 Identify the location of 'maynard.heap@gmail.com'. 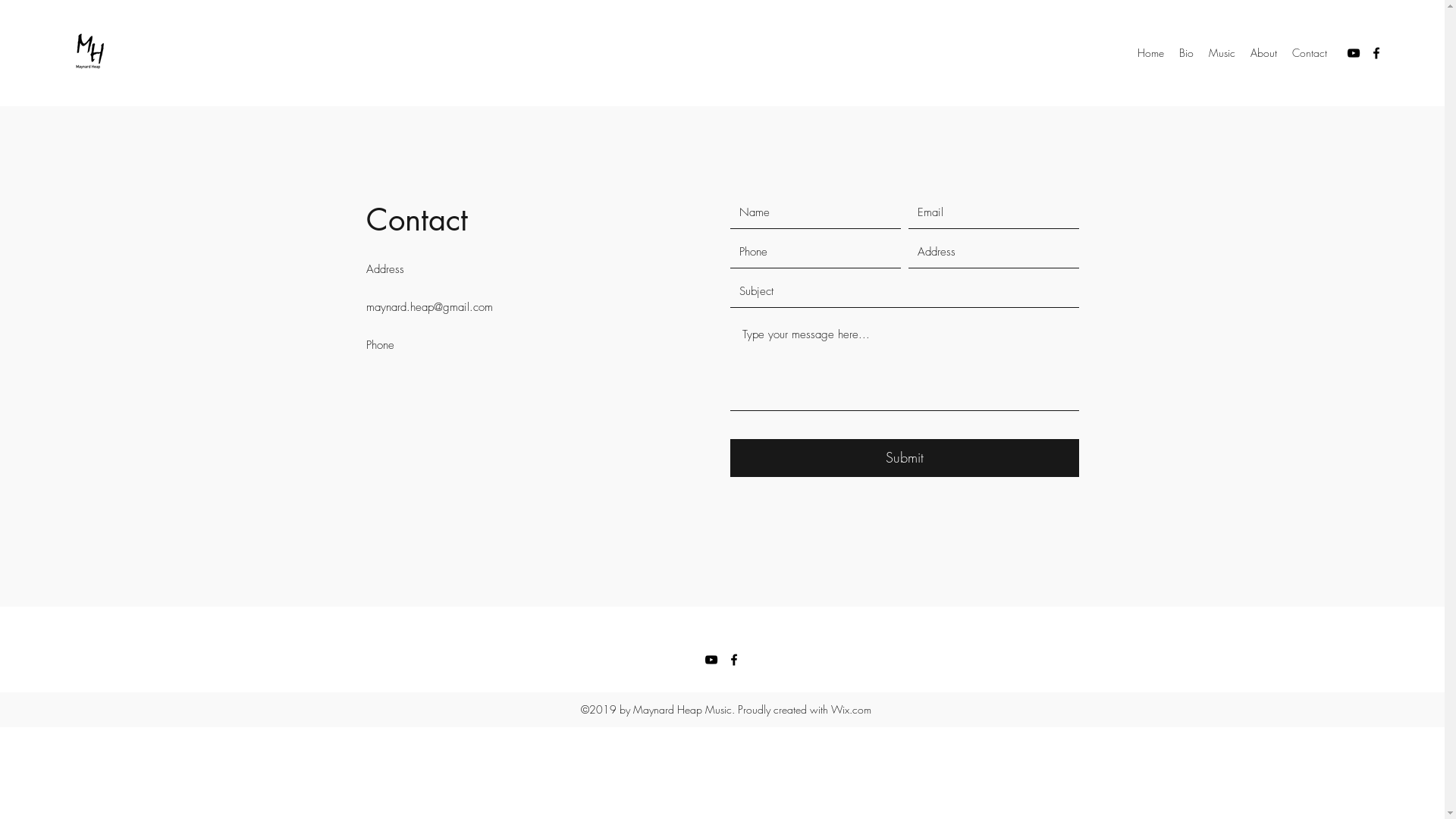
(365, 307).